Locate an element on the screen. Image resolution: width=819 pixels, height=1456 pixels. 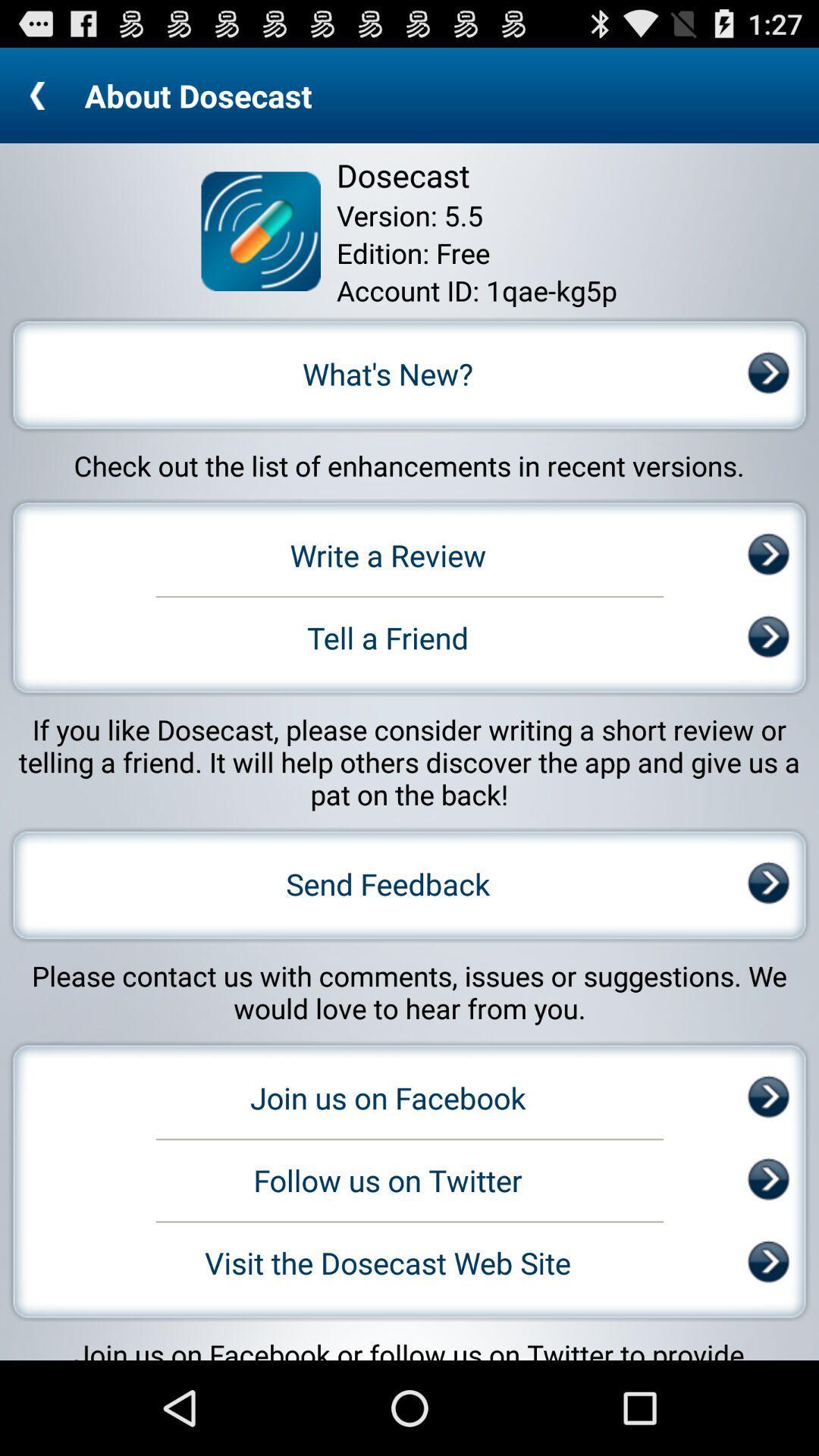
the arrow_backward icon is located at coordinates (41, 101).